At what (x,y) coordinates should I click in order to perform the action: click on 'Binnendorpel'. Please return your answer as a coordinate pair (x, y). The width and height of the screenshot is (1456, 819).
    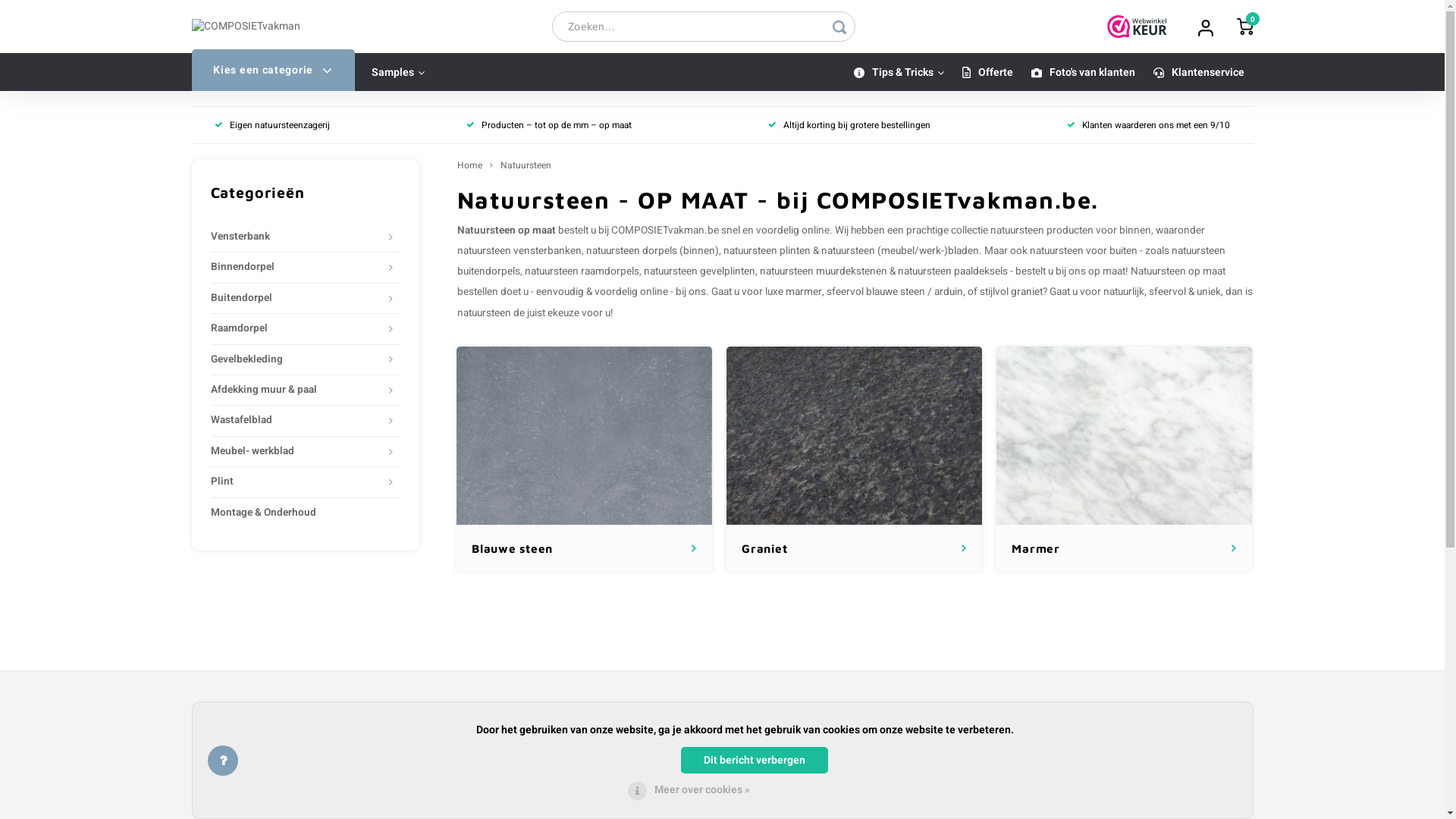
    Looking at the image, I should click on (210, 266).